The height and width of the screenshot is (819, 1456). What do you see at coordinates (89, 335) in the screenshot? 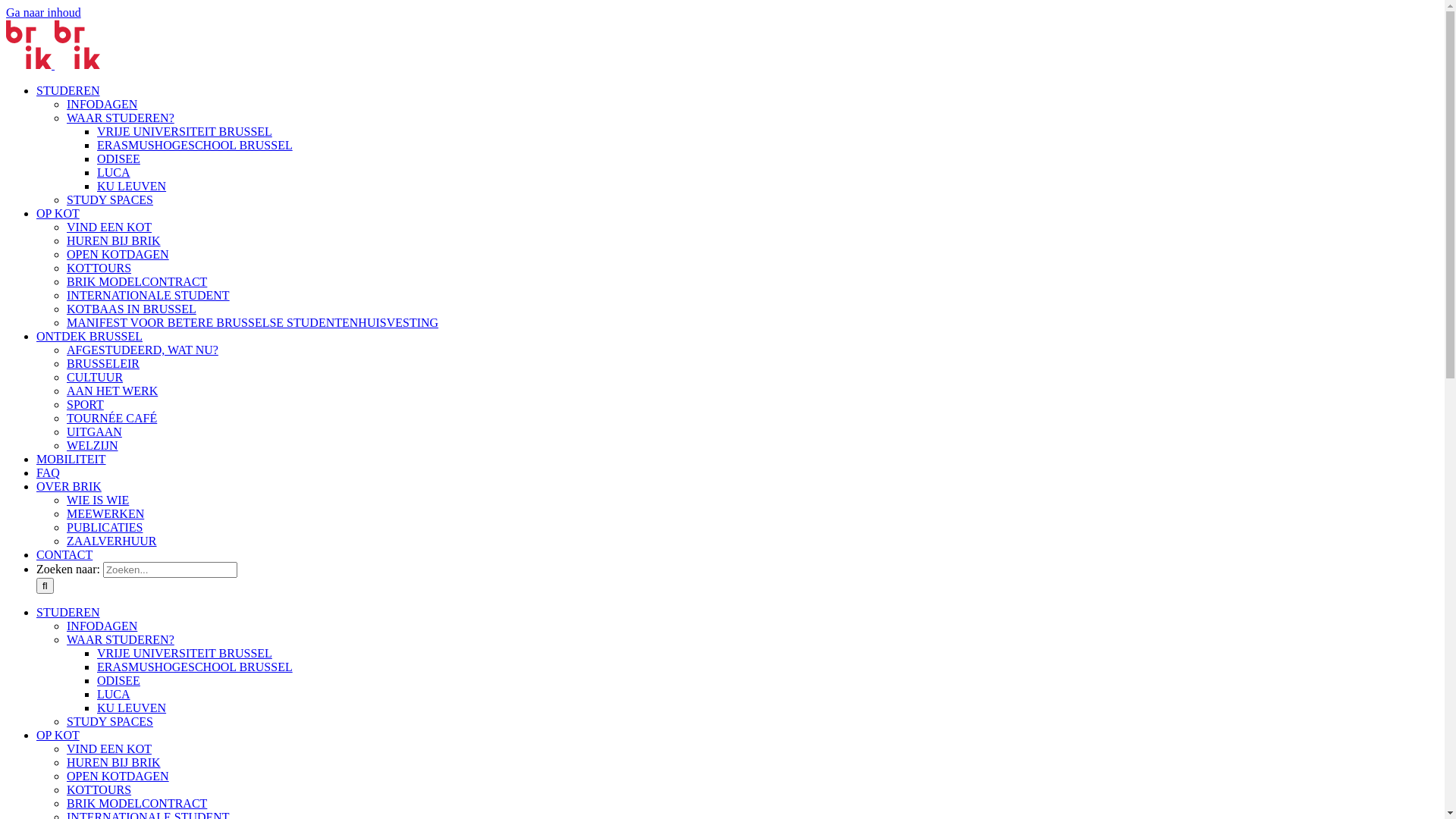
I see `'ONTDEK BRUSSEL'` at bounding box center [89, 335].